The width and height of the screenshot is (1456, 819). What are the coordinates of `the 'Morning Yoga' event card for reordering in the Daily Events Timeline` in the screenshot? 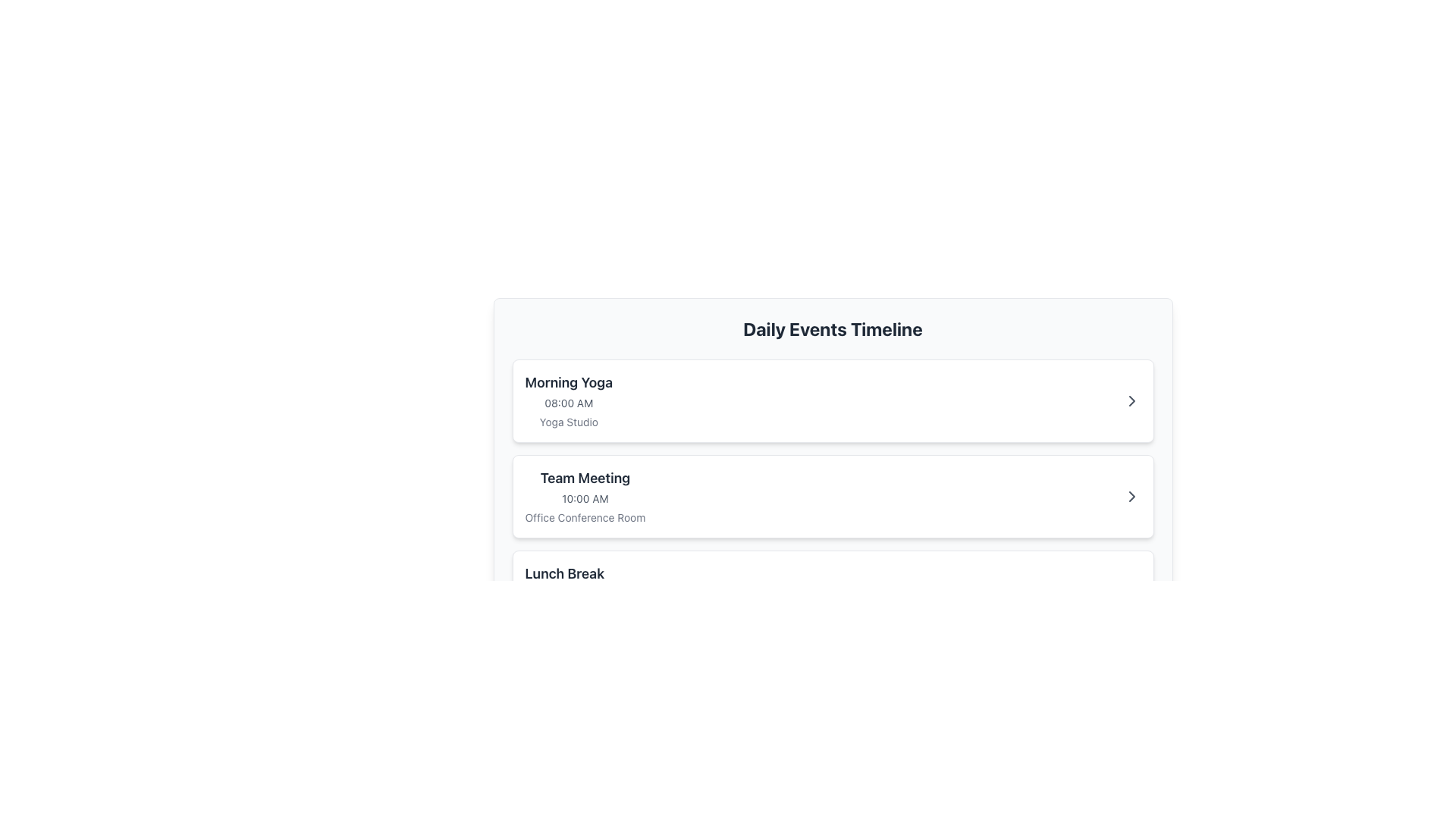 It's located at (832, 400).